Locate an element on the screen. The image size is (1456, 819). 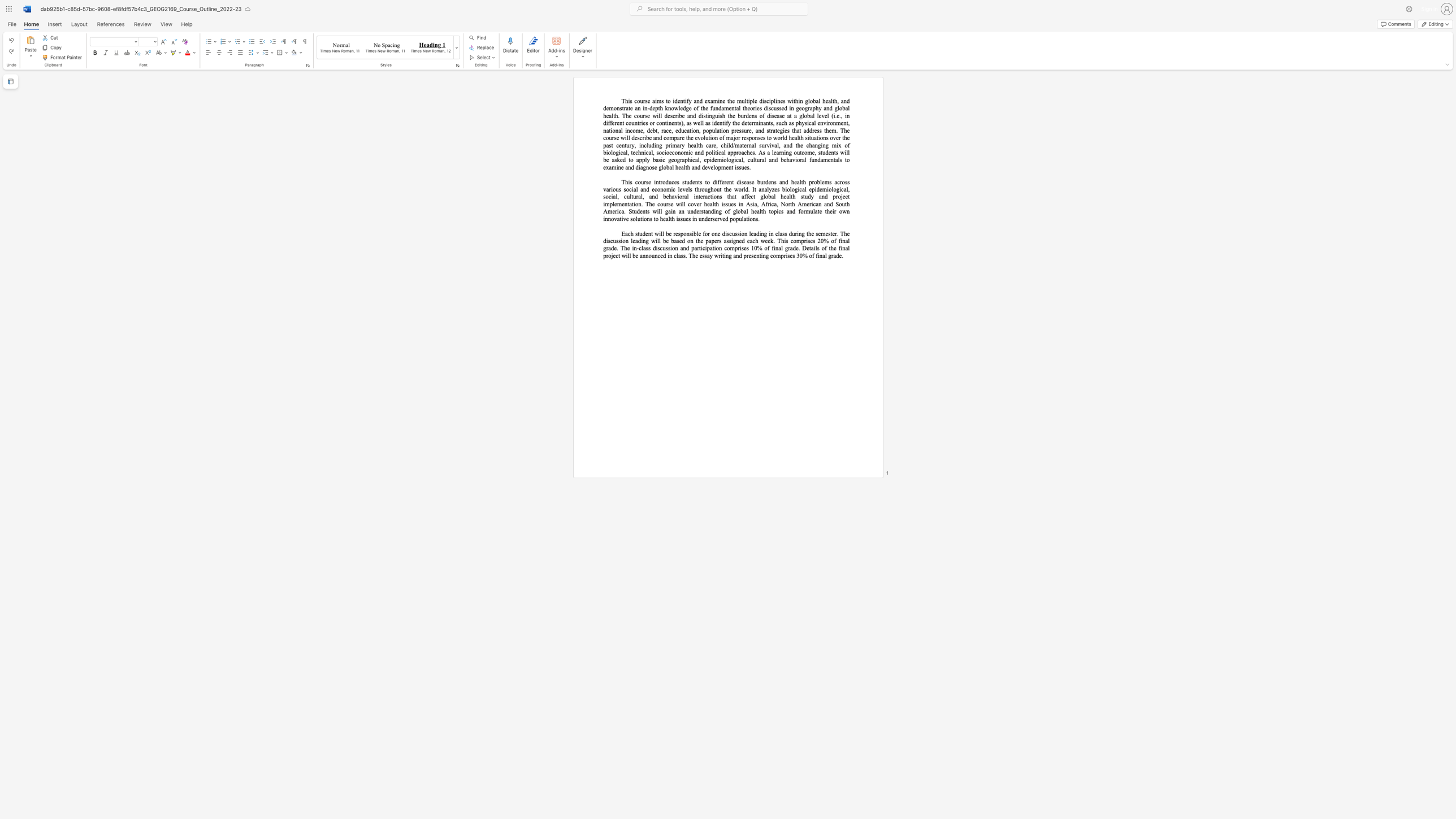
the subset text "l, and the changing mix of biological, technical, socioeconomic and political app" within the text "), as well as identify the determinants, such as physical environment, national income, debt, race, education, population pressure, and strategies that address them. The course will describe and compare the evolution of major responses to world health situations over the past century, including primary health care, child/maternal survival, and the changing mix of biological, technical, socioeconomic and political approaches." is located at coordinates (776, 145).